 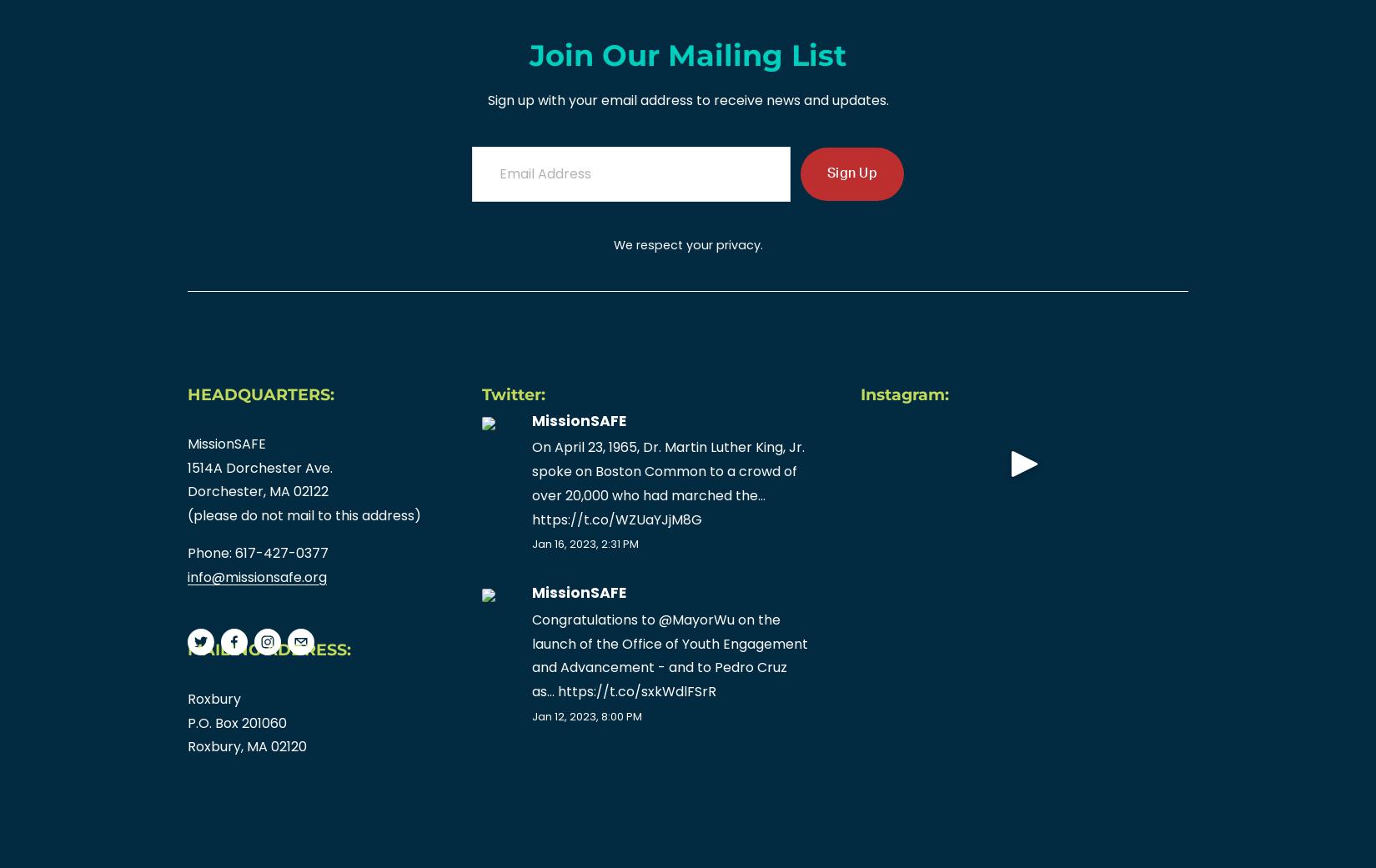 What do you see at coordinates (258, 551) in the screenshot?
I see `'Phone: 617-427-0377'` at bounding box center [258, 551].